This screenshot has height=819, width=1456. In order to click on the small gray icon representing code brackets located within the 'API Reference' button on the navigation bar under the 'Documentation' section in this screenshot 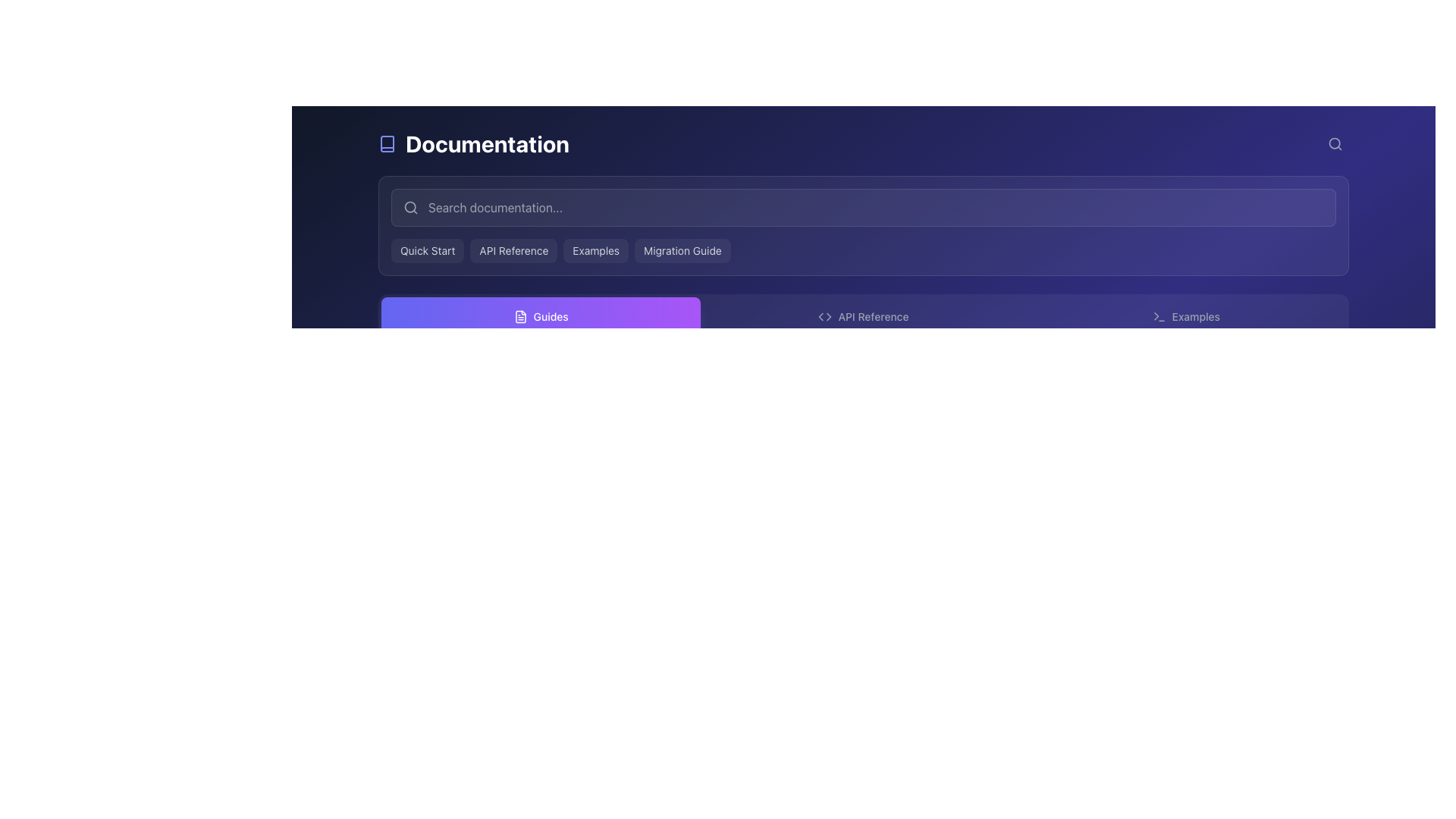, I will do `click(824, 315)`.